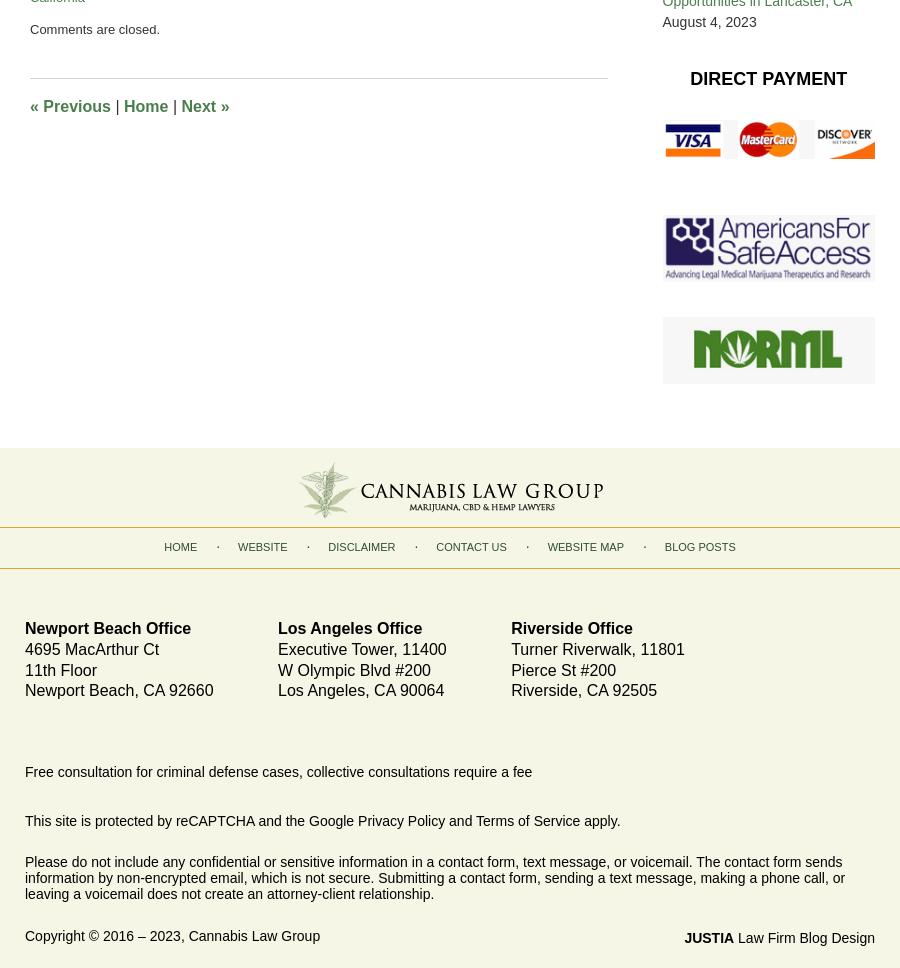 The image size is (900, 968). What do you see at coordinates (698, 546) in the screenshot?
I see `'Blog Posts'` at bounding box center [698, 546].